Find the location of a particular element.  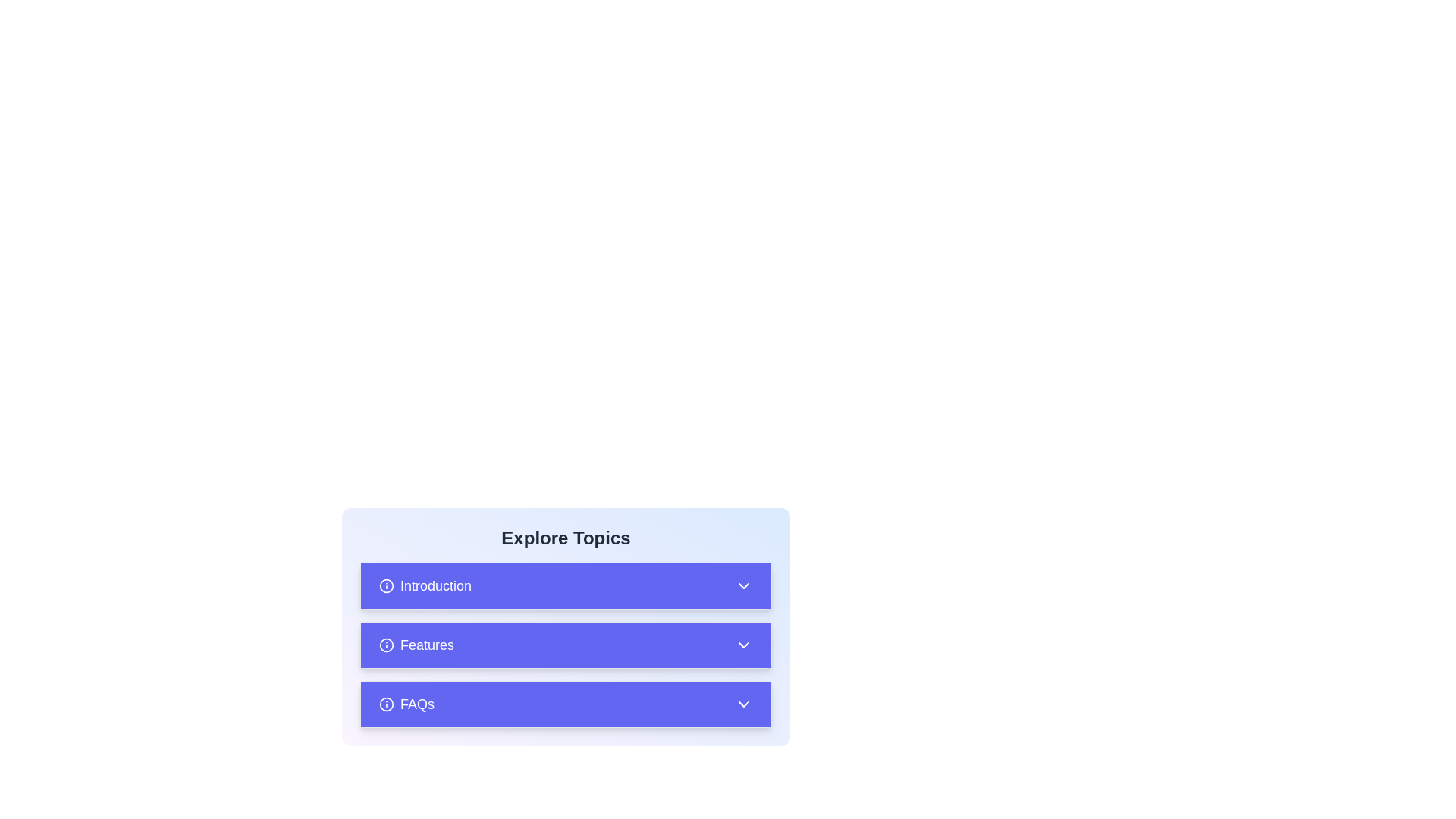

the FAQ information icon located to the left of the 'FAQs' text is located at coordinates (386, 704).